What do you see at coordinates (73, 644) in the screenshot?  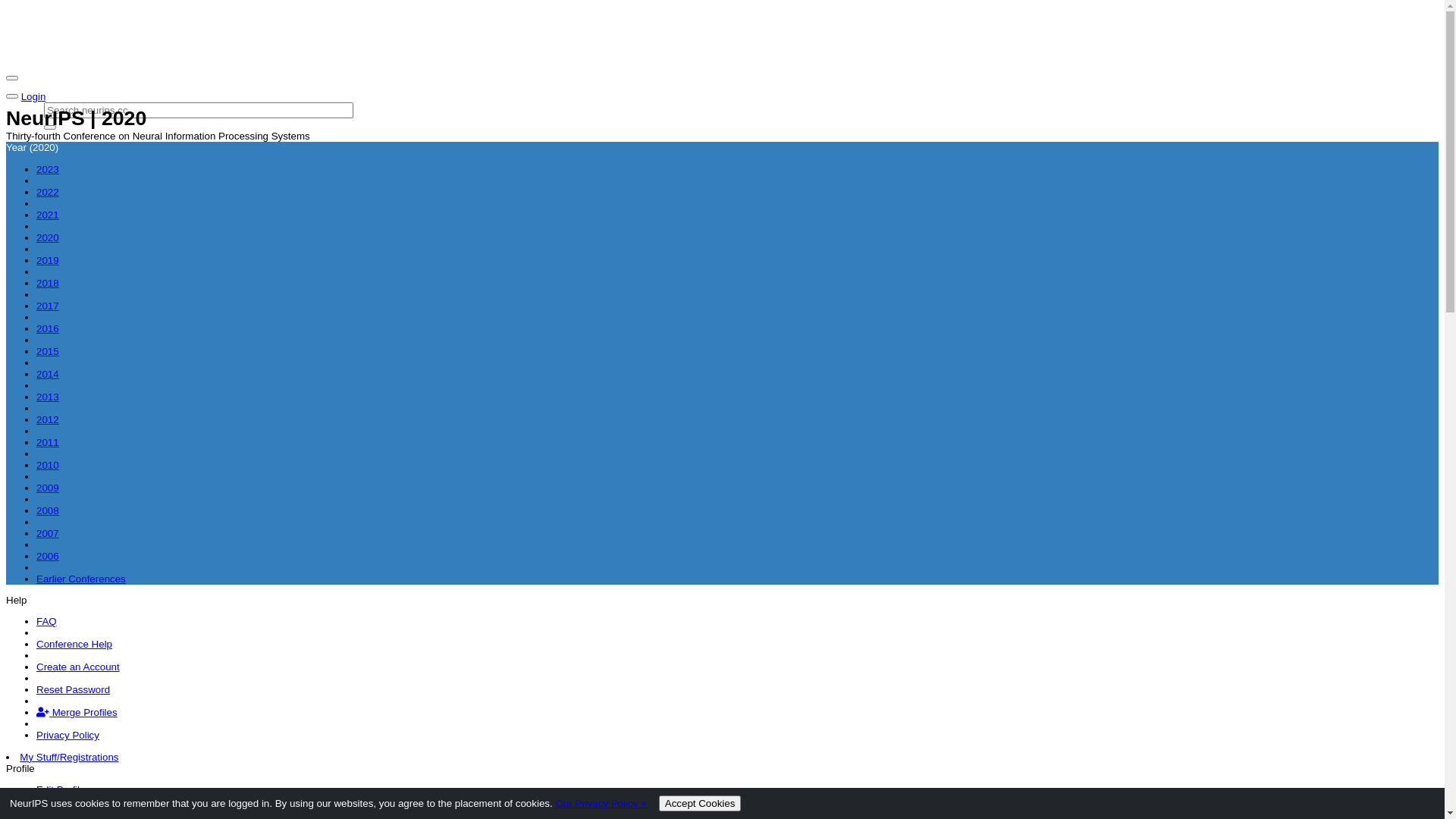 I see `'Conference Help'` at bounding box center [73, 644].